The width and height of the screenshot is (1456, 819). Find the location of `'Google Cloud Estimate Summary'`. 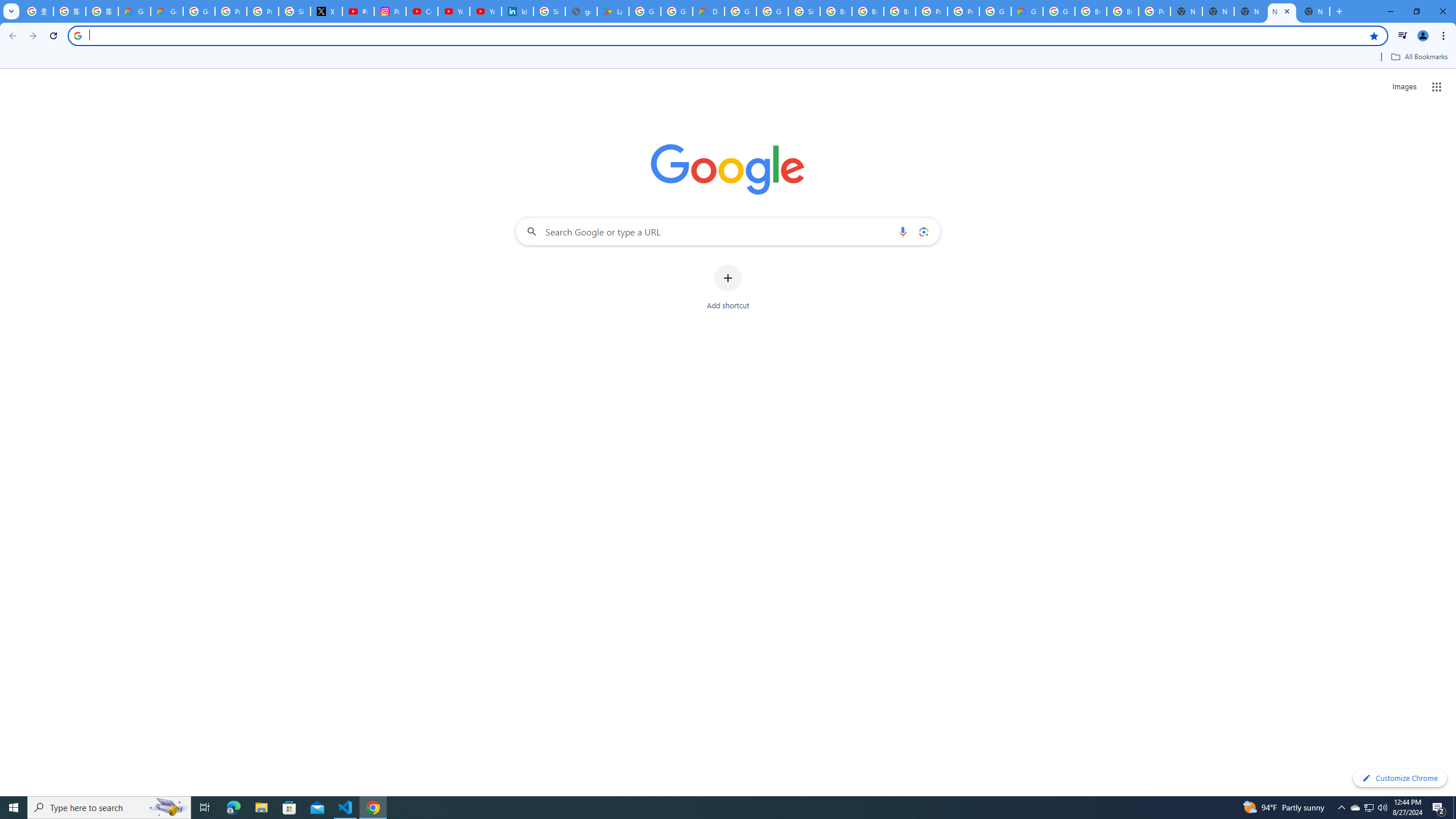

'Google Cloud Estimate Summary' is located at coordinates (1027, 11).